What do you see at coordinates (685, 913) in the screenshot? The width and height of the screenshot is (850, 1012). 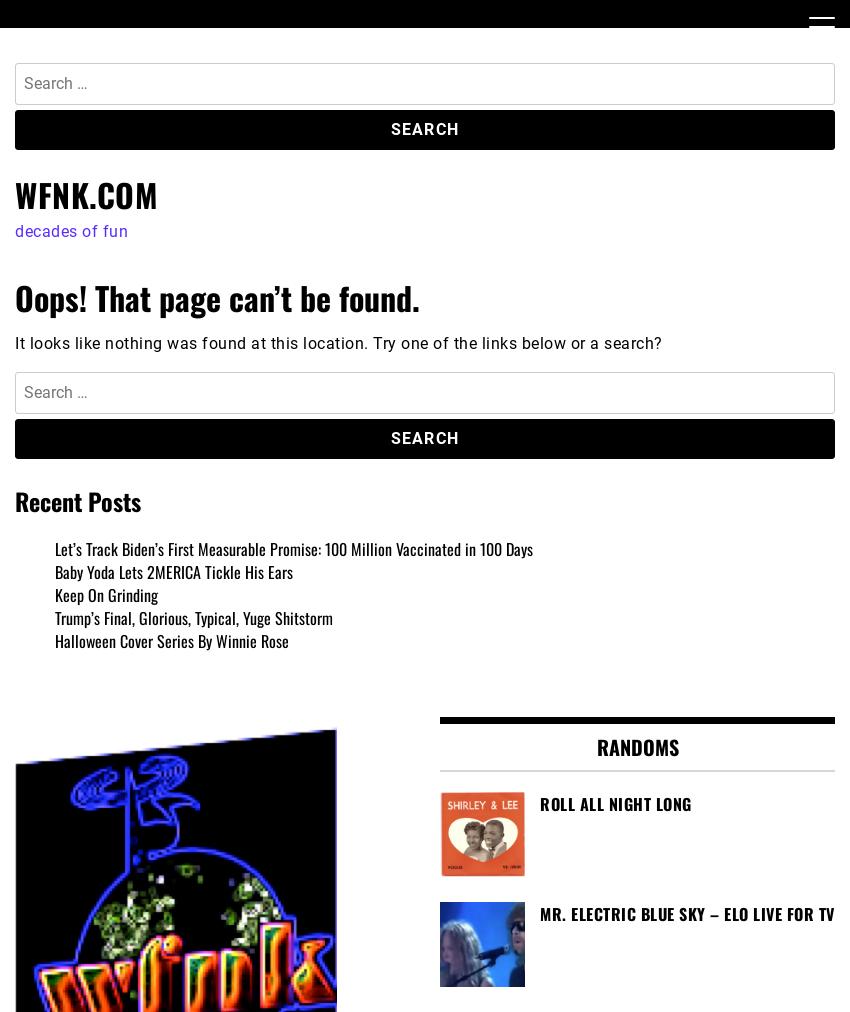 I see `'Mr. Electric Blue Sky – ELO Live for TV'` at bounding box center [685, 913].